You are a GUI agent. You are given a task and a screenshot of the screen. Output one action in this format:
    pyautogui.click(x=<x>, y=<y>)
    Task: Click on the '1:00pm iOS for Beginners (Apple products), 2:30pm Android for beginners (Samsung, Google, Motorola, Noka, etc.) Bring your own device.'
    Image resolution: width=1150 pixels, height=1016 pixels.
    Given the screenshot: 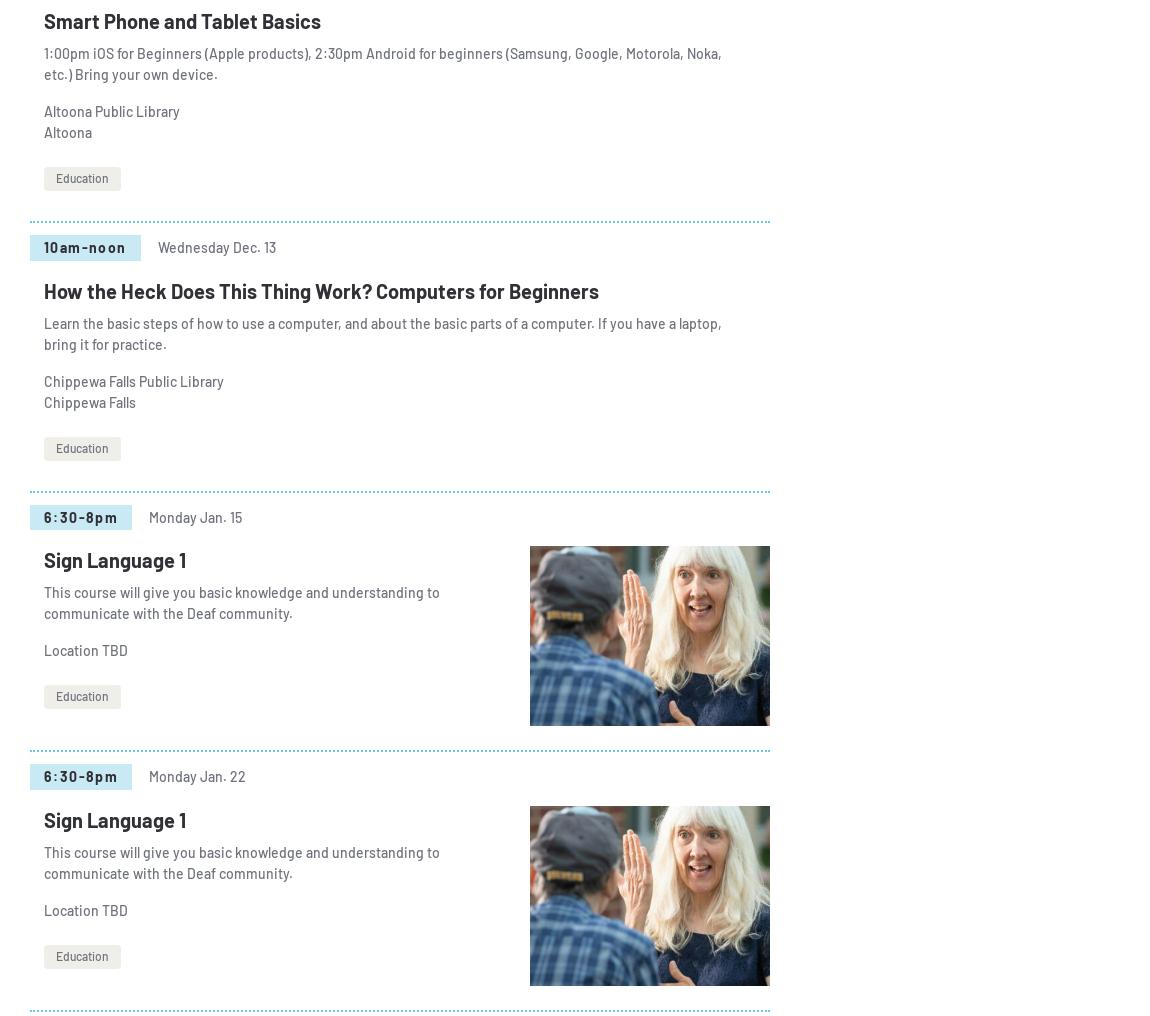 What is the action you would take?
    pyautogui.click(x=382, y=64)
    